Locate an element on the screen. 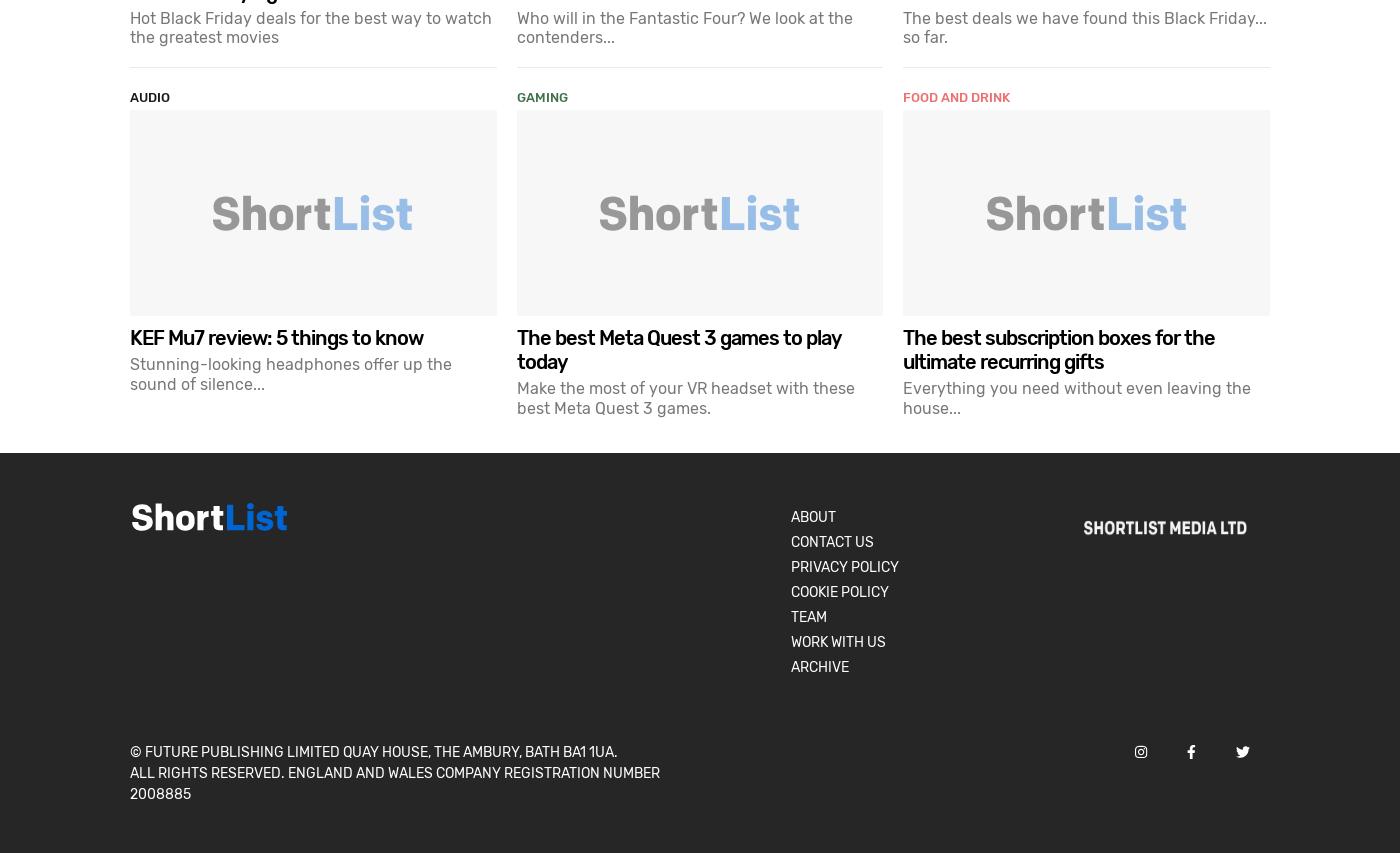  'Cookie Policy' is located at coordinates (790, 590).